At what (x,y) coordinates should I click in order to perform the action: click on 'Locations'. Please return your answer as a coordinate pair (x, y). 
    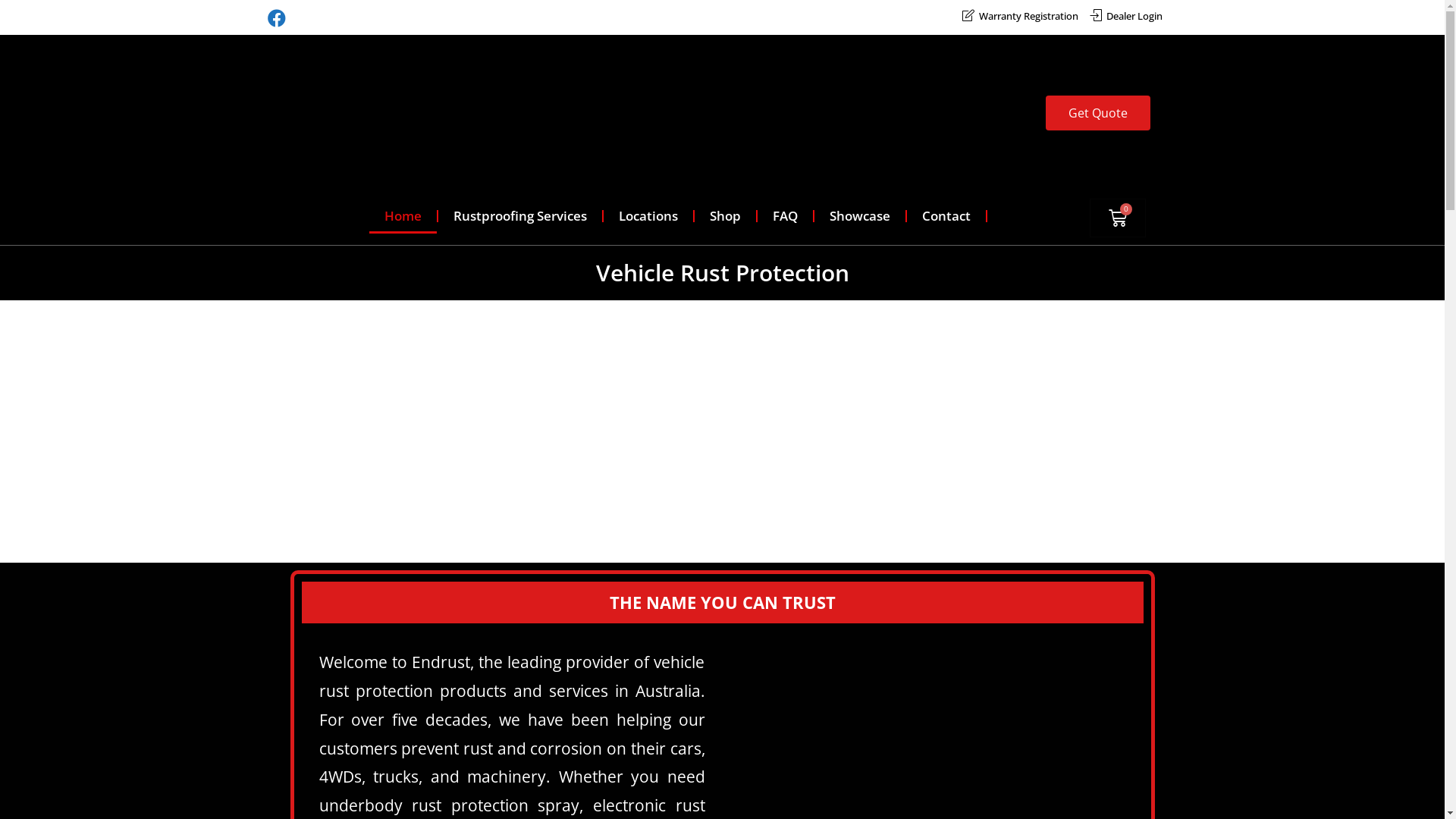
    Looking at the image, I should click on (648, 216).